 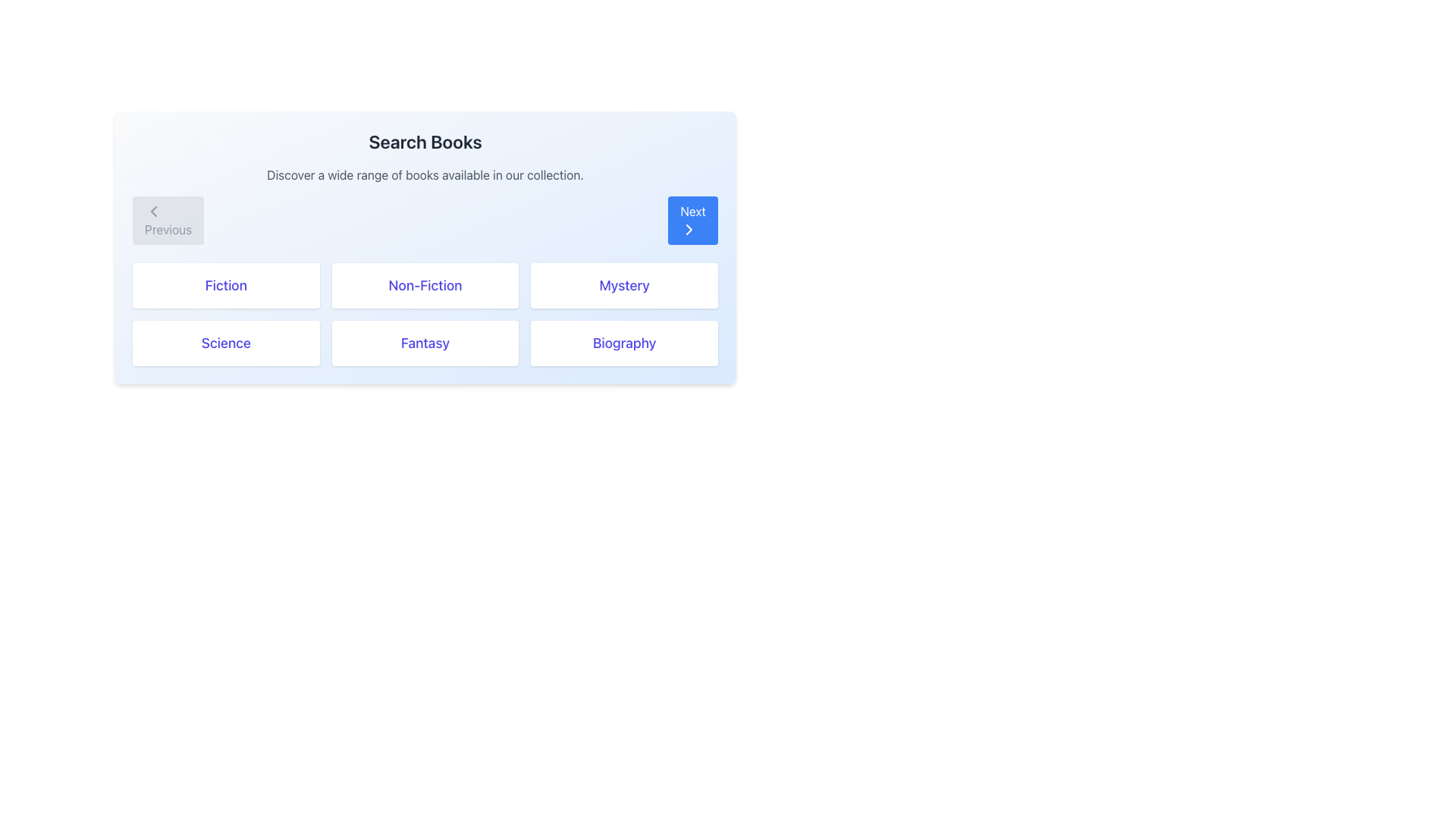 I want to click on the chevron icon inside the grey button labeled 'Previous' located at the upper left side of the interface, so click(x=153, y=211).